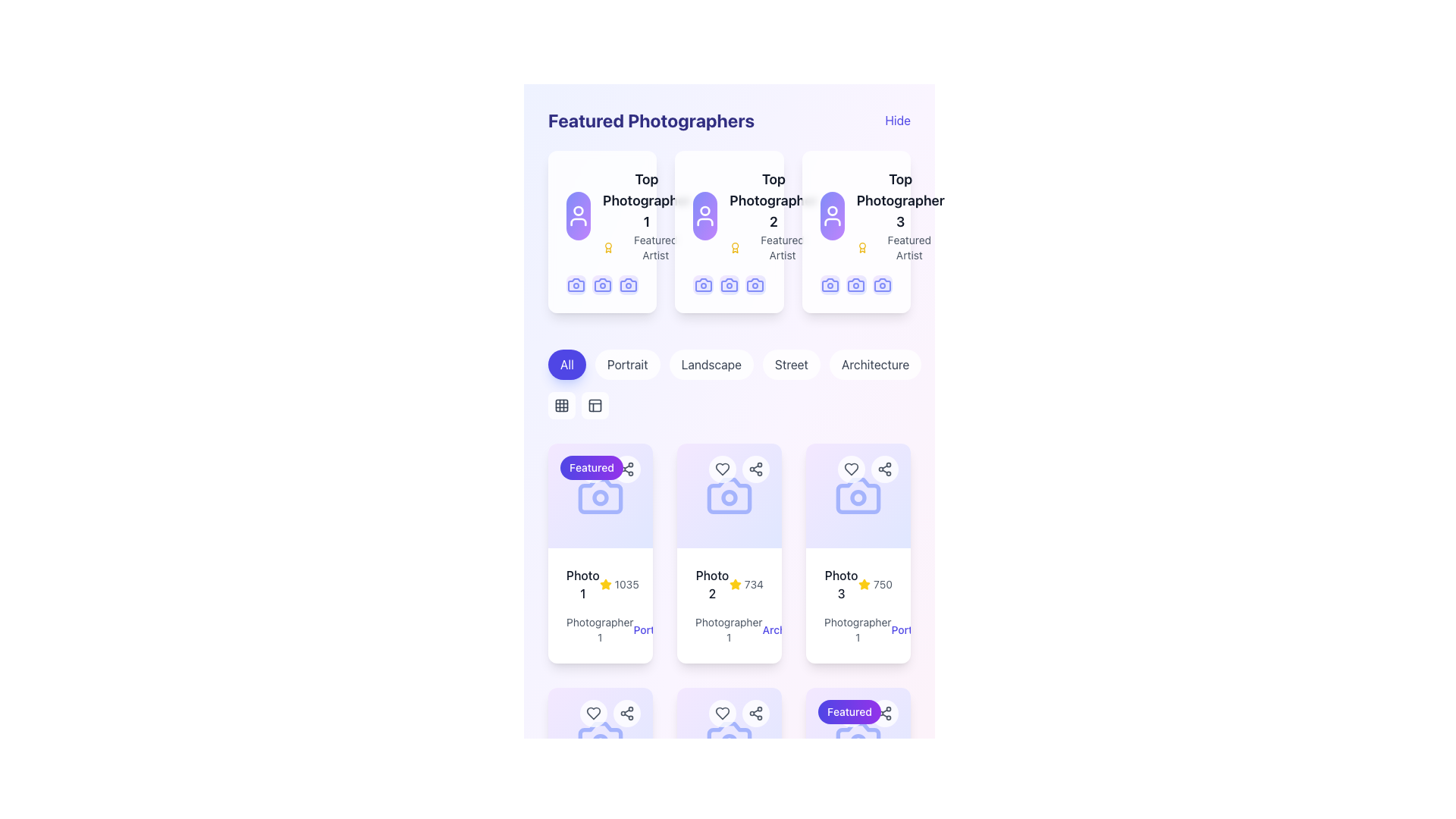 This screenshot has width=1456, height=819. Describe the element at coordinates (882, 285) in the screenshot. I see `the interactive camera icon representing 'Photographer 3' located in the 'Top Photographer 3' card of the 'Featured Photographers' section` at that location.